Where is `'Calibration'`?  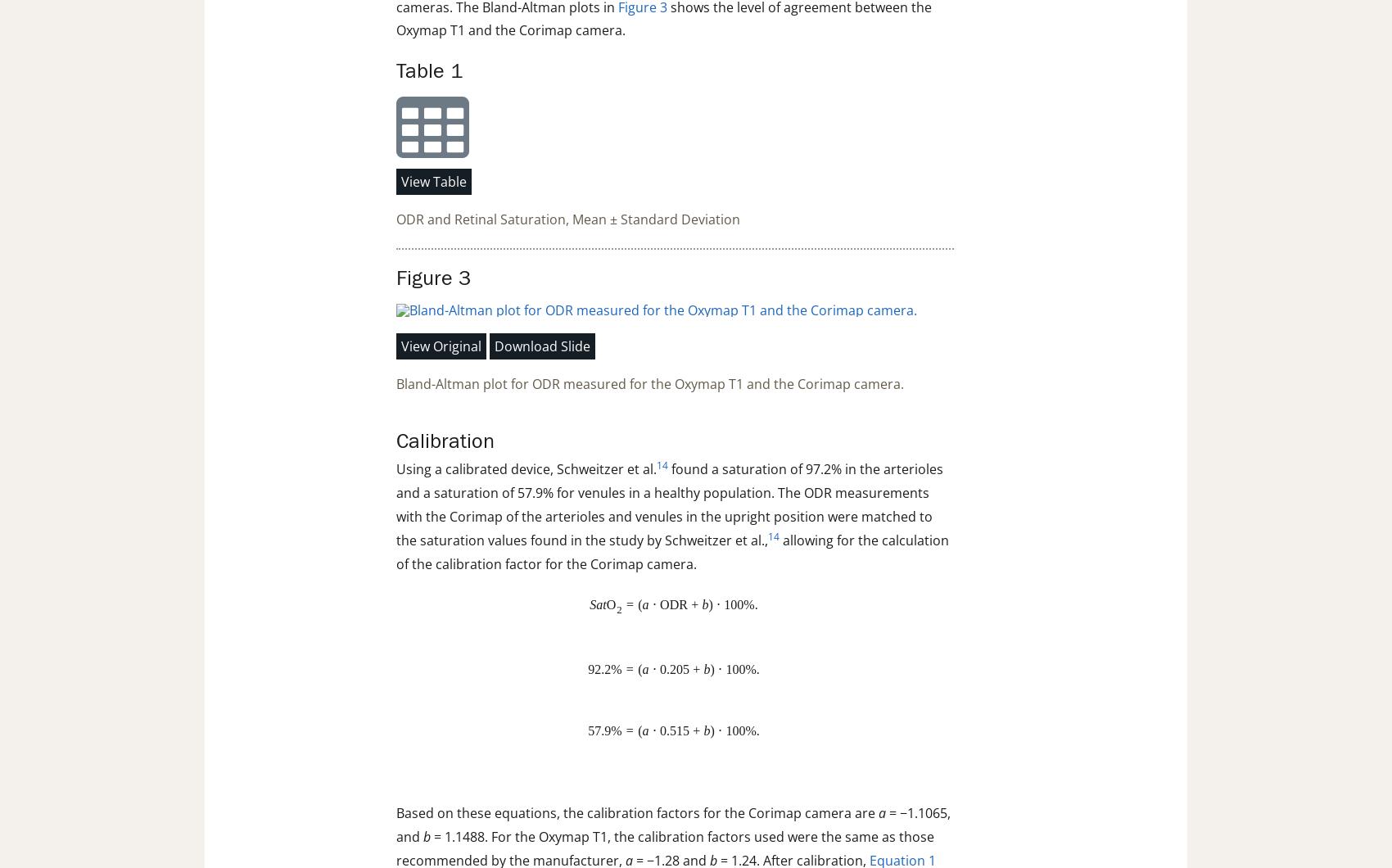 'Calibration' is located at coordinates (445, 441).